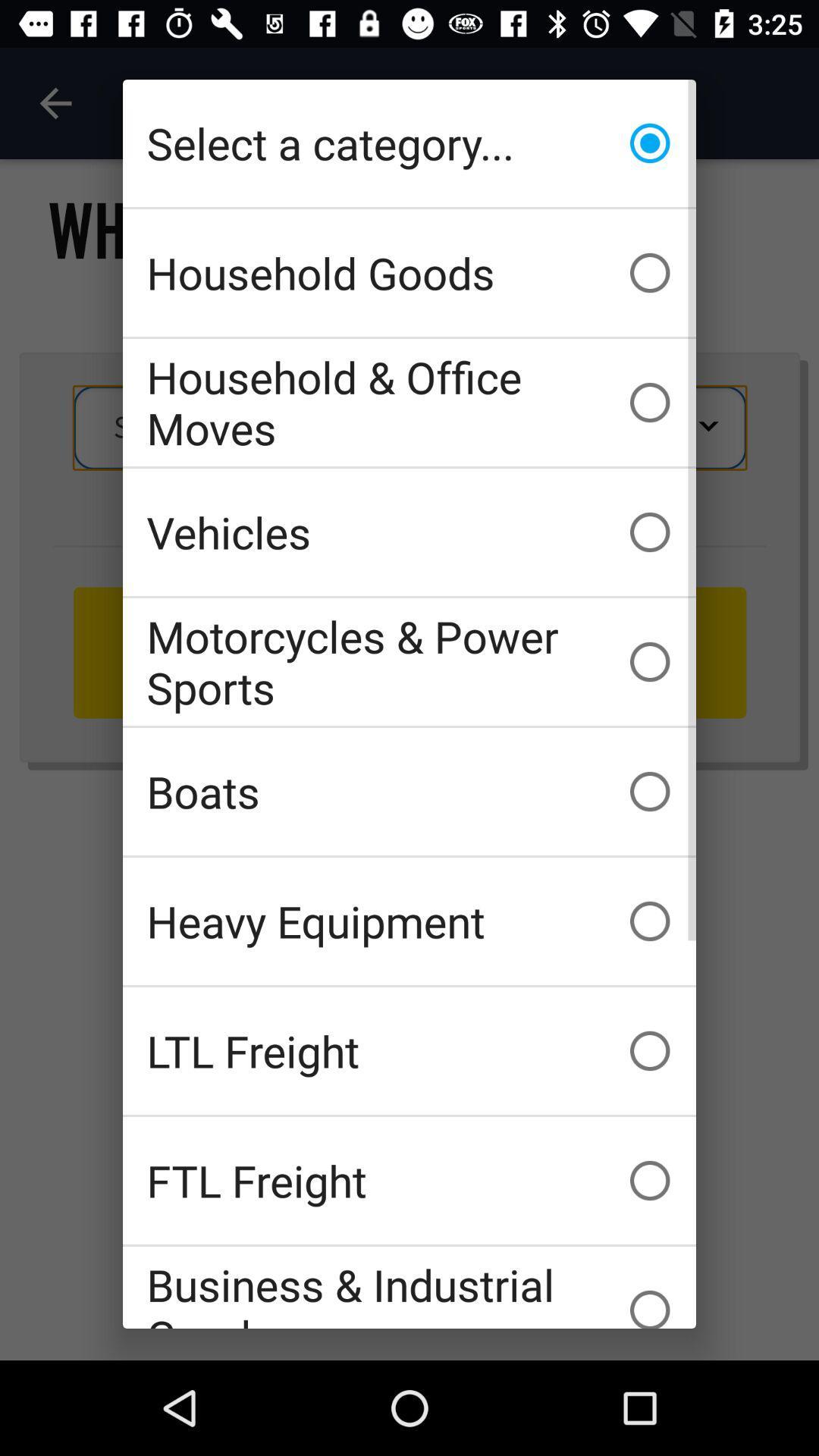 This screenshot has height=1456, width=819. Describe the element at coordinates (409, 143) in the screenshot. I see `the icon above household goods item` at that location.